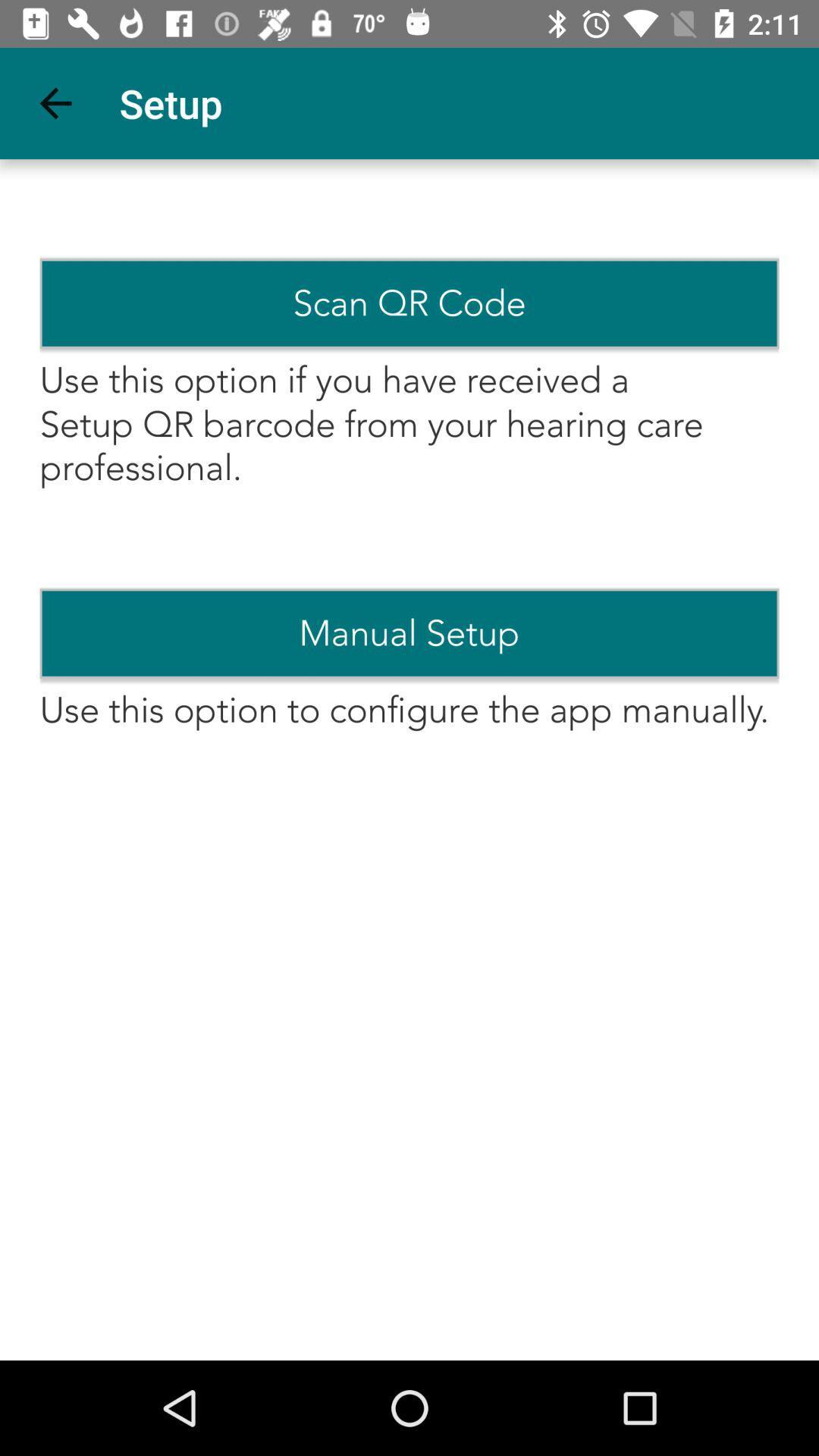  What do you see at coordinates (409, 303) in the screenshot?
I see `the item above the use this option` at bounding box center [409, 303].